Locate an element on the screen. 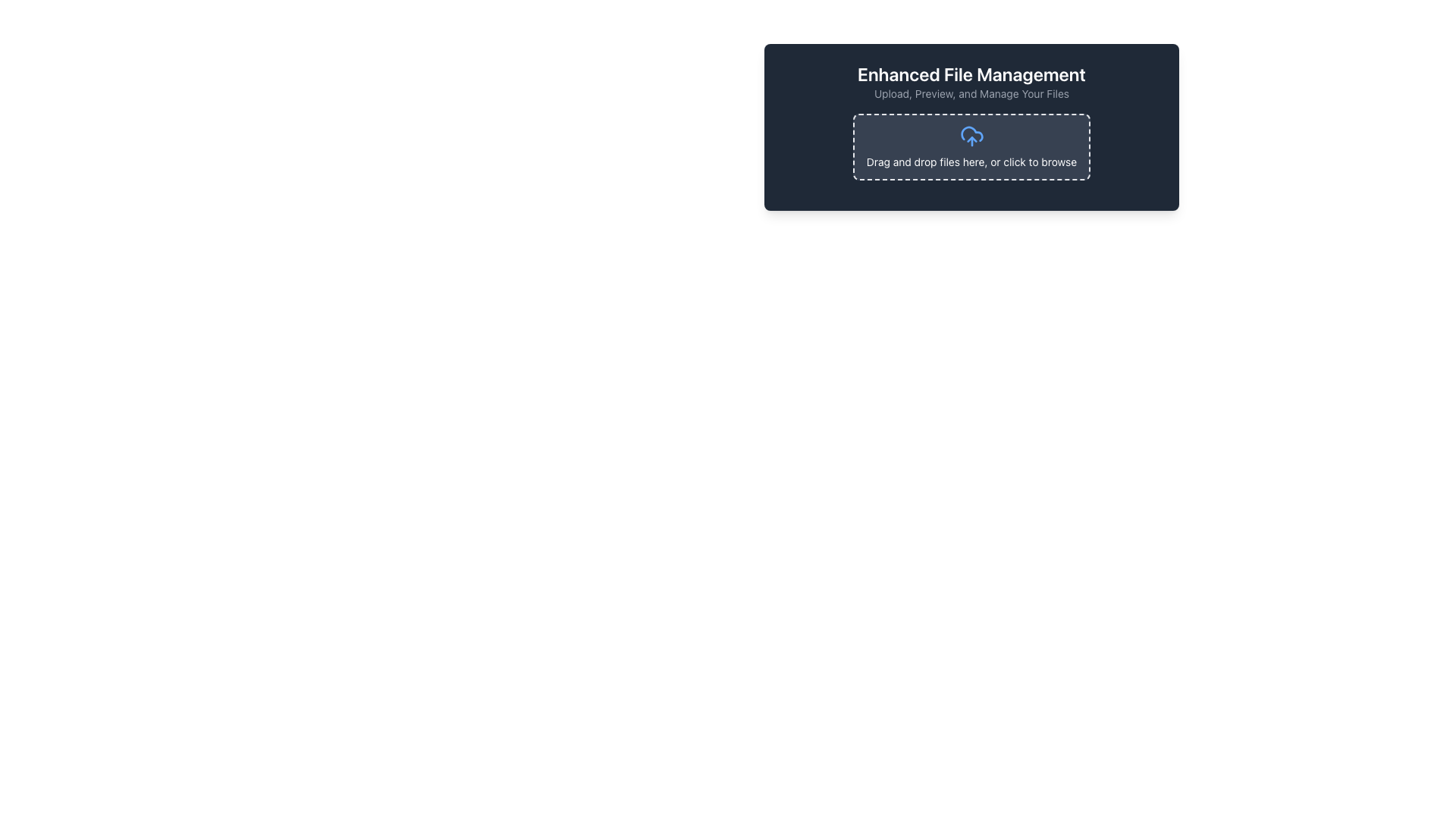 This screenshot has height=819, width=1456. the static instructional text in the file upload drop area, which indicates how to upload files by dragging and dropping or selecting files is located at coordinates (971, 162).